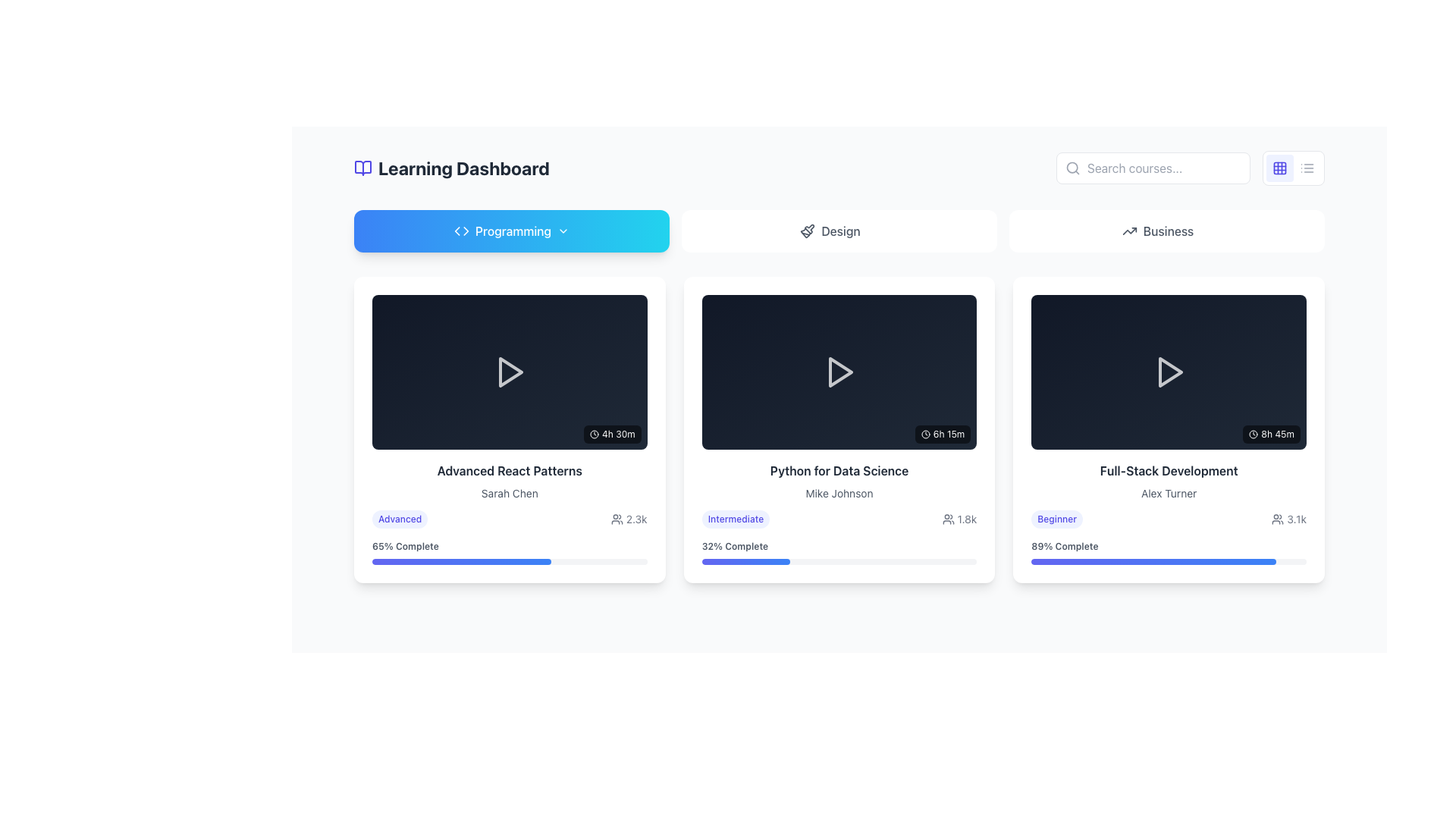 Image resolution: width=1456 pixels, height=819 pixels. I want to click on the progress bar indicating 65% completion for the 'Advanced React Patterns' task located in the bottom section of the card, so click(460, 561).